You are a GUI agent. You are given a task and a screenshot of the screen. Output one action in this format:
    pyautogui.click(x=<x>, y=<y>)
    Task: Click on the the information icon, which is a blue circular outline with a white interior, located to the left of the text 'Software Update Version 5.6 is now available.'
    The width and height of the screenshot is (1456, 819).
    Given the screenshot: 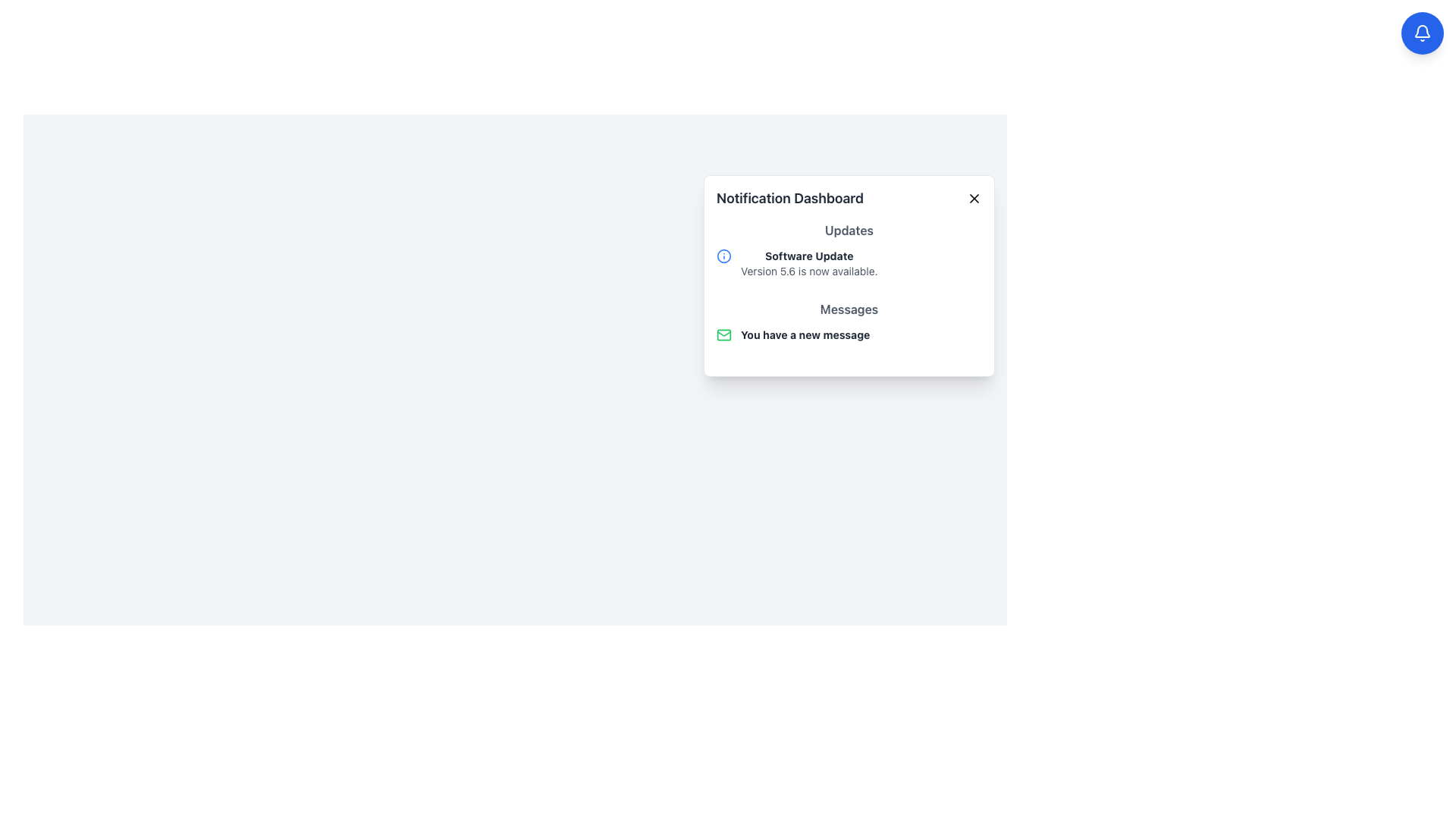 What is the action you would take?
    pyautogui.click(x=723, y=256)
    